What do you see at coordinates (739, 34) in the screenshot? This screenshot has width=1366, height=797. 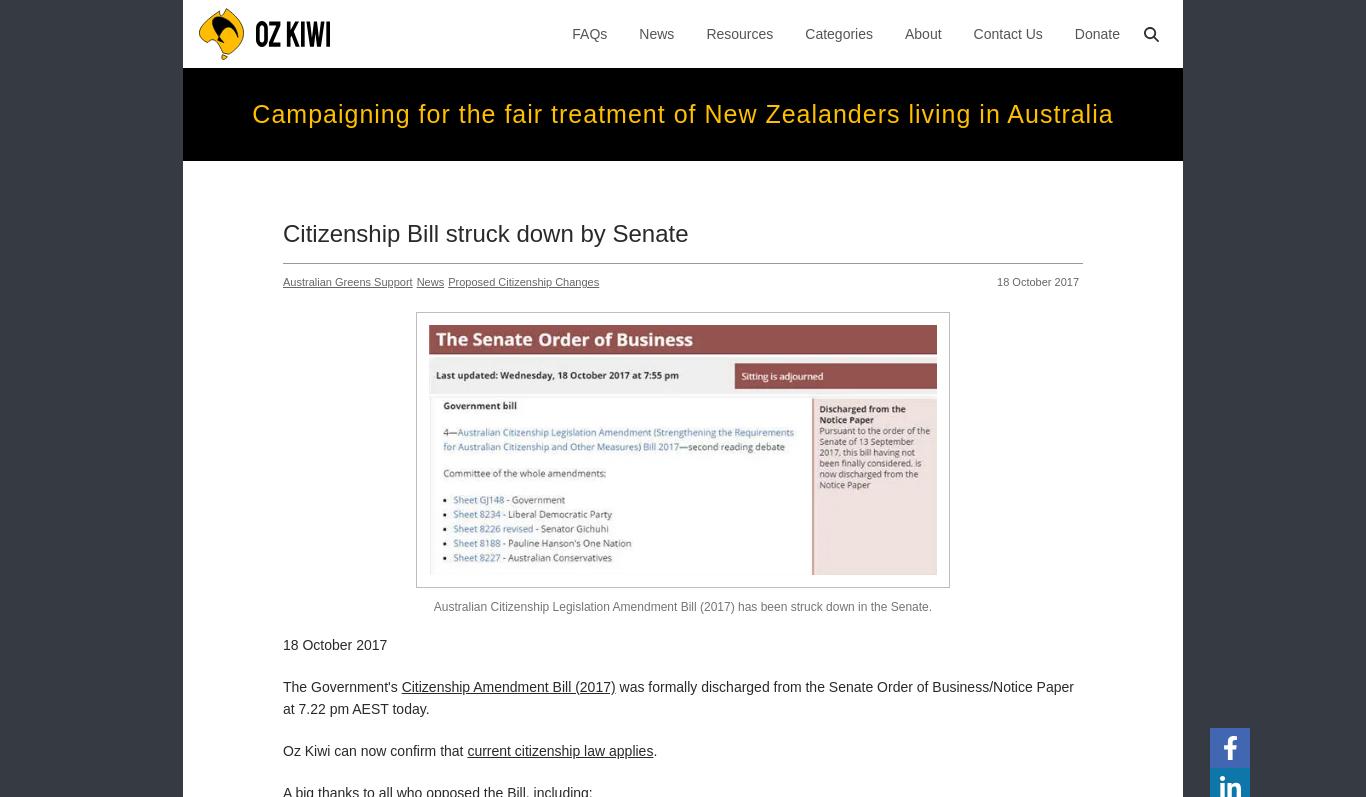 I see `'Resources'` at bounding box center [739, 34].